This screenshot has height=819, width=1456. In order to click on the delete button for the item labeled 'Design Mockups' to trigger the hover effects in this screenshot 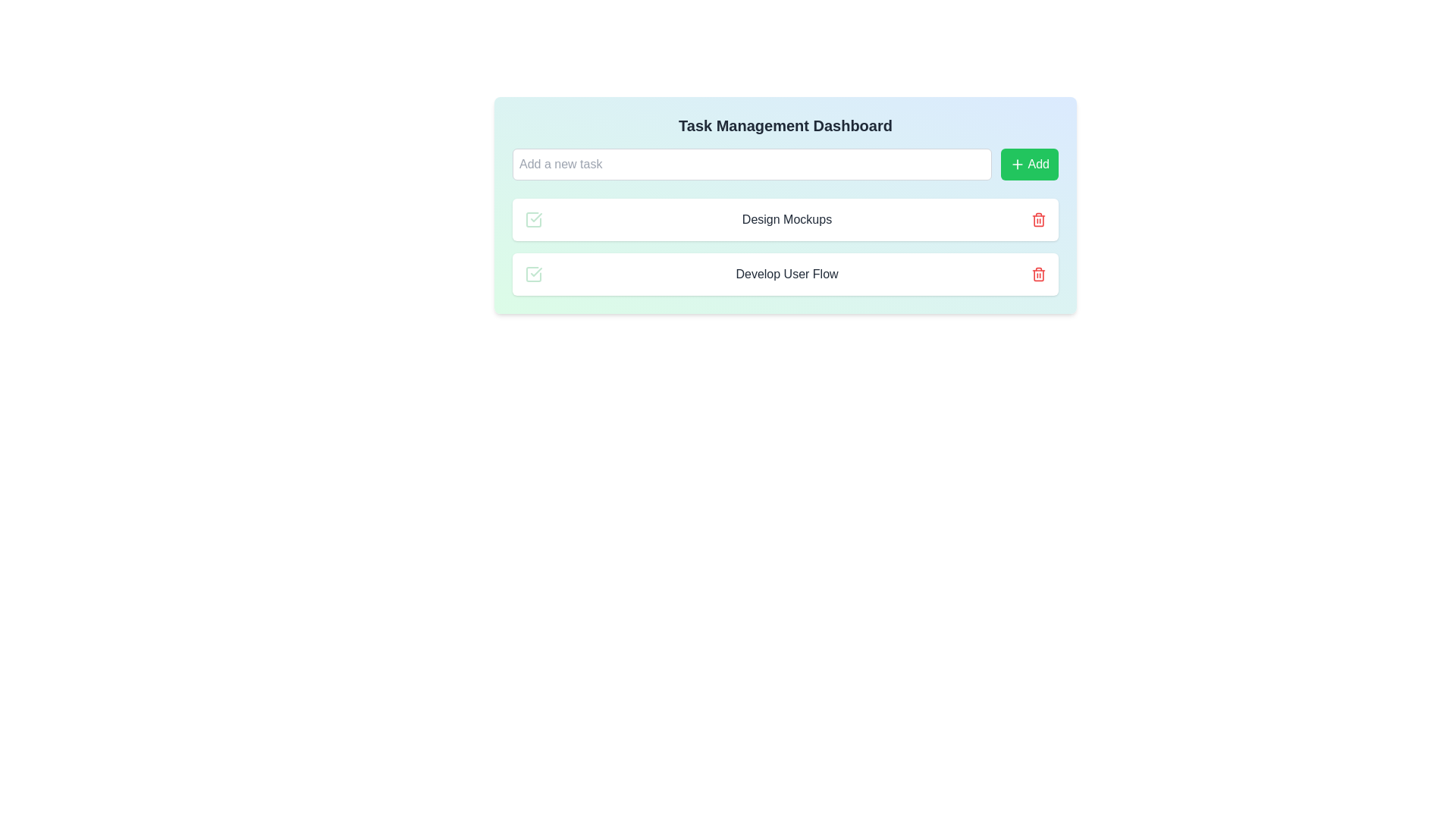, I will do `click(1037, 219)`.